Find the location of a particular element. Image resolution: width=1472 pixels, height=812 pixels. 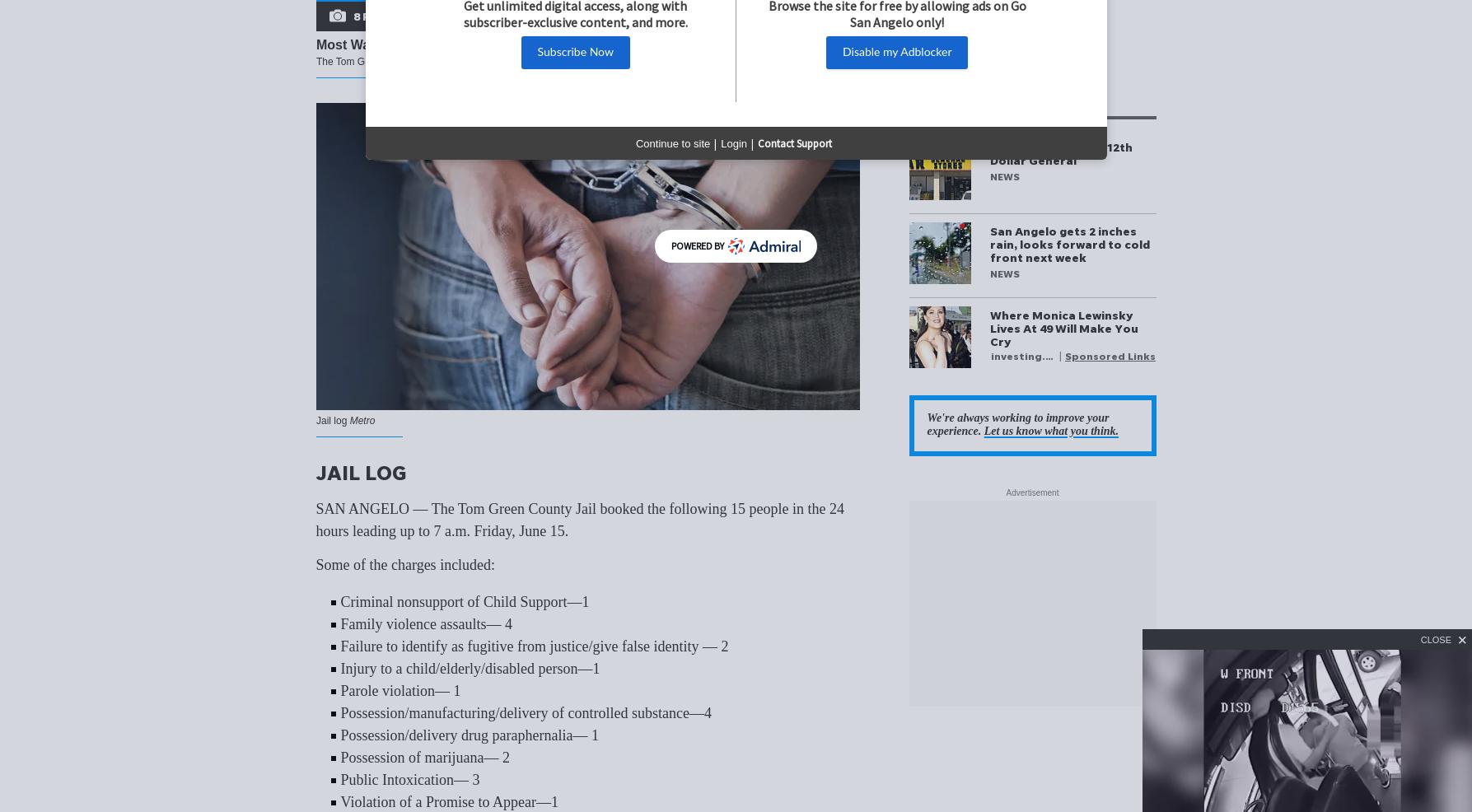

'Criminal nonsupport of Child Support—1' is located at coordinates (463, 601).